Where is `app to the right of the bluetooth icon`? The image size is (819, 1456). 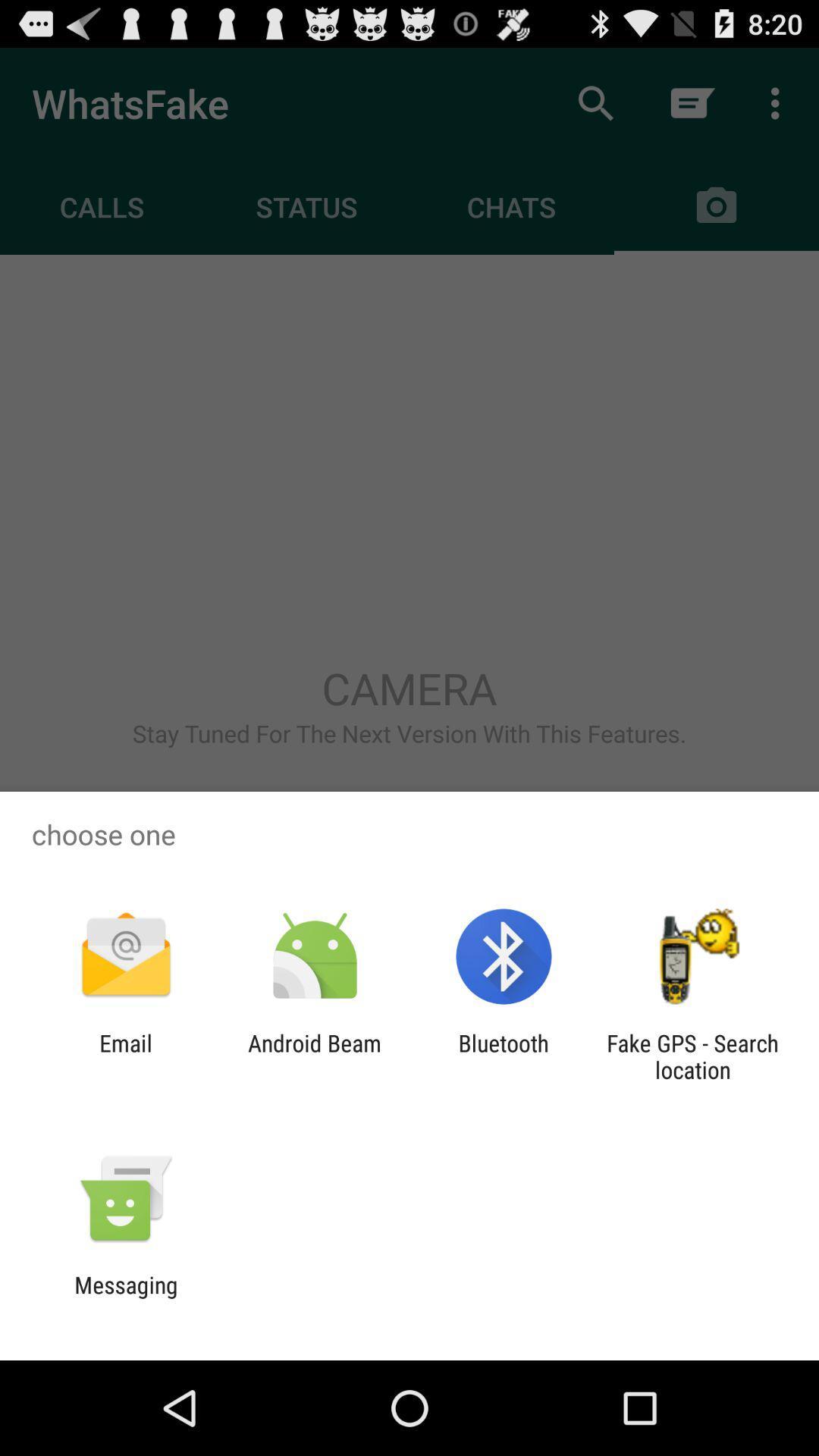 app to the right of the bluetooth icon is located at coordinates (692, 1056).